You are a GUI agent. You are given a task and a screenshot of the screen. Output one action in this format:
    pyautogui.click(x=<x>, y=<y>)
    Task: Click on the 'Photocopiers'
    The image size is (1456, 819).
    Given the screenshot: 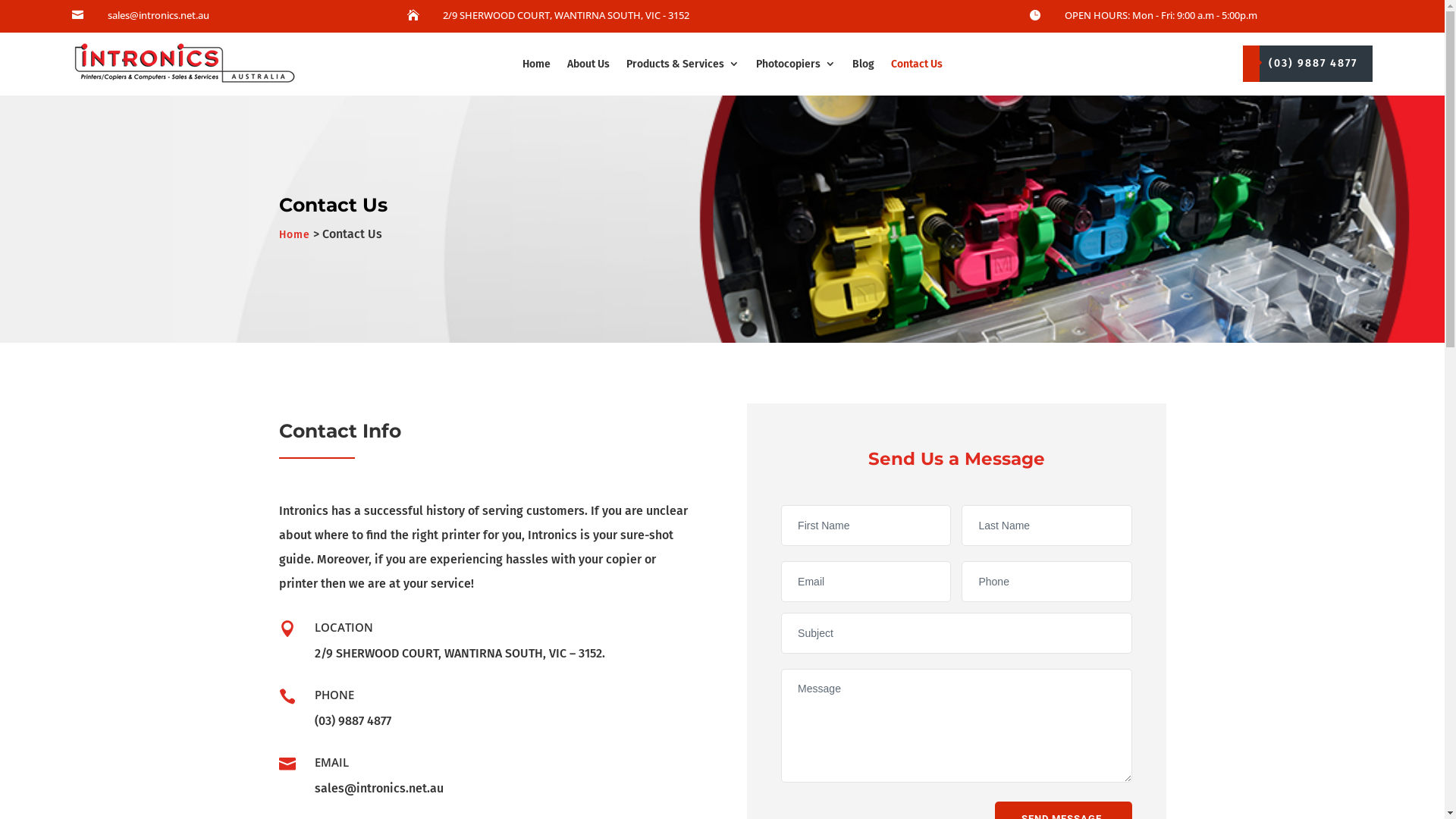 What is the action you would take?
    pyautogui.click(x=795, y=63)
    